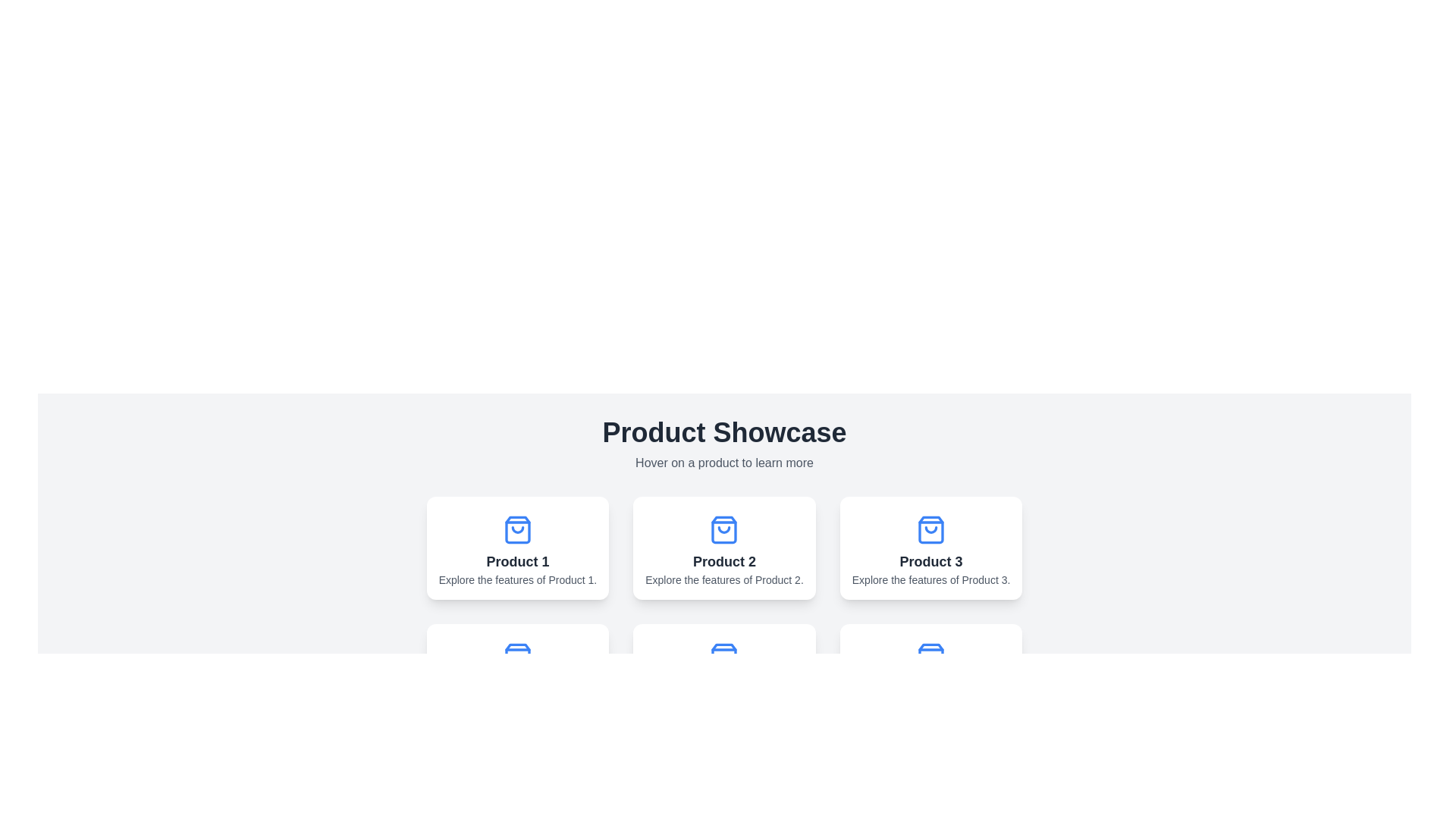  What do you see at coordinates (517, 561) in the screenshot?
I see `label displaying 'Product 1', which is a bold text centered within the card for 'Product 1'` at bounding box center [517, 561].